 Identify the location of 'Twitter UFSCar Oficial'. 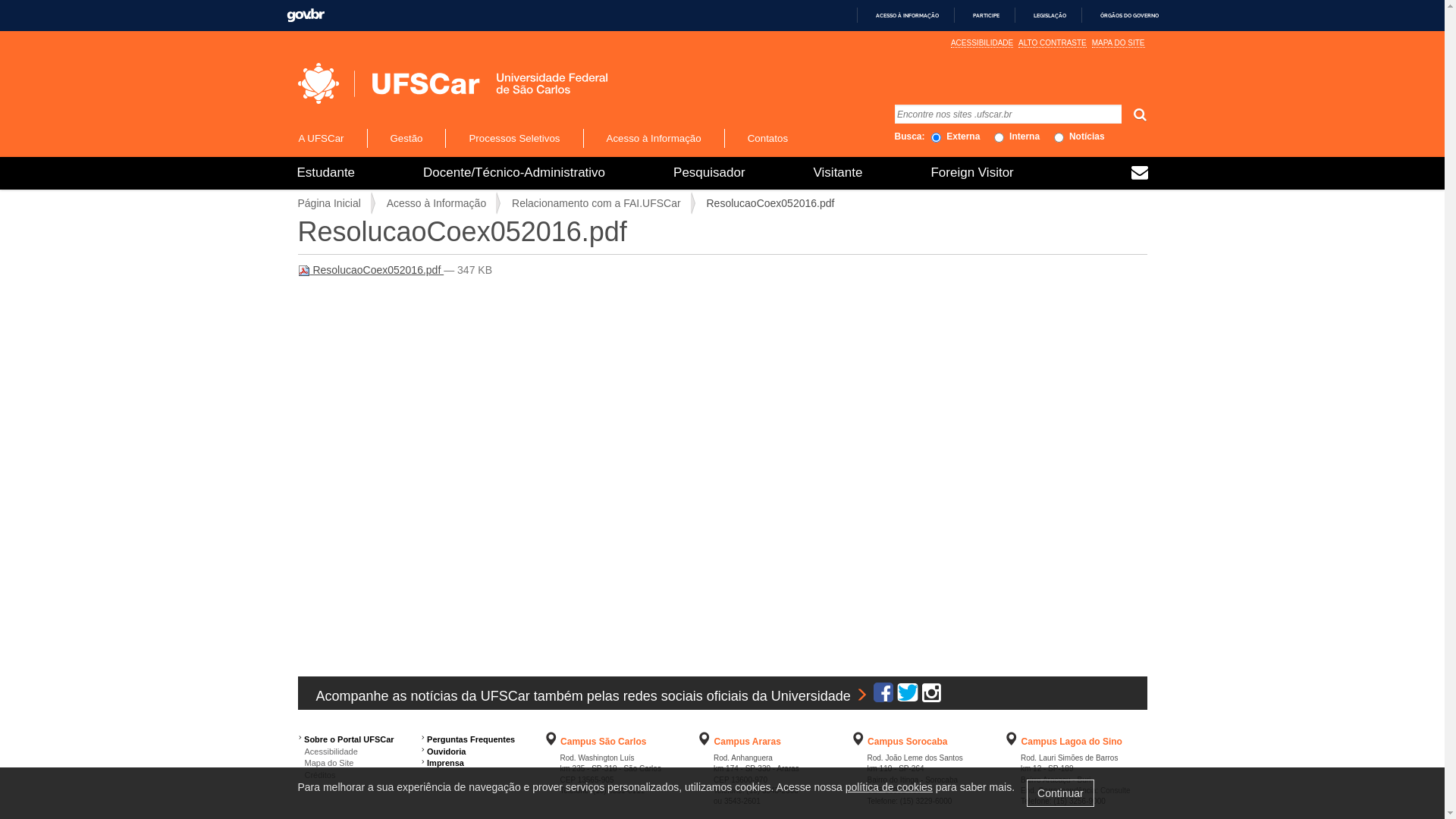
(907, 696).